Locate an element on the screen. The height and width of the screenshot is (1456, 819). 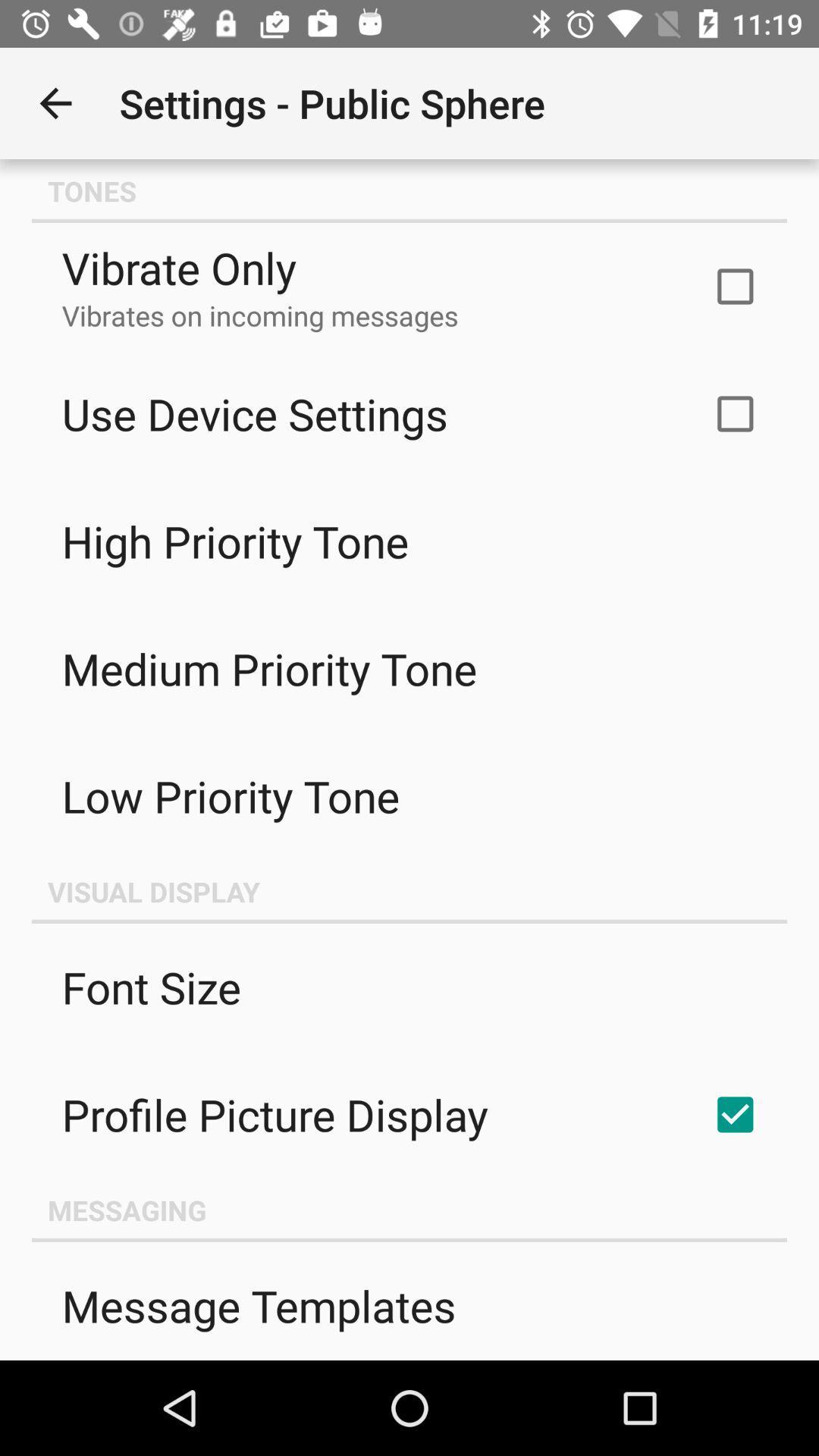
the item above the font size icon is located at coordinates (409, 892).